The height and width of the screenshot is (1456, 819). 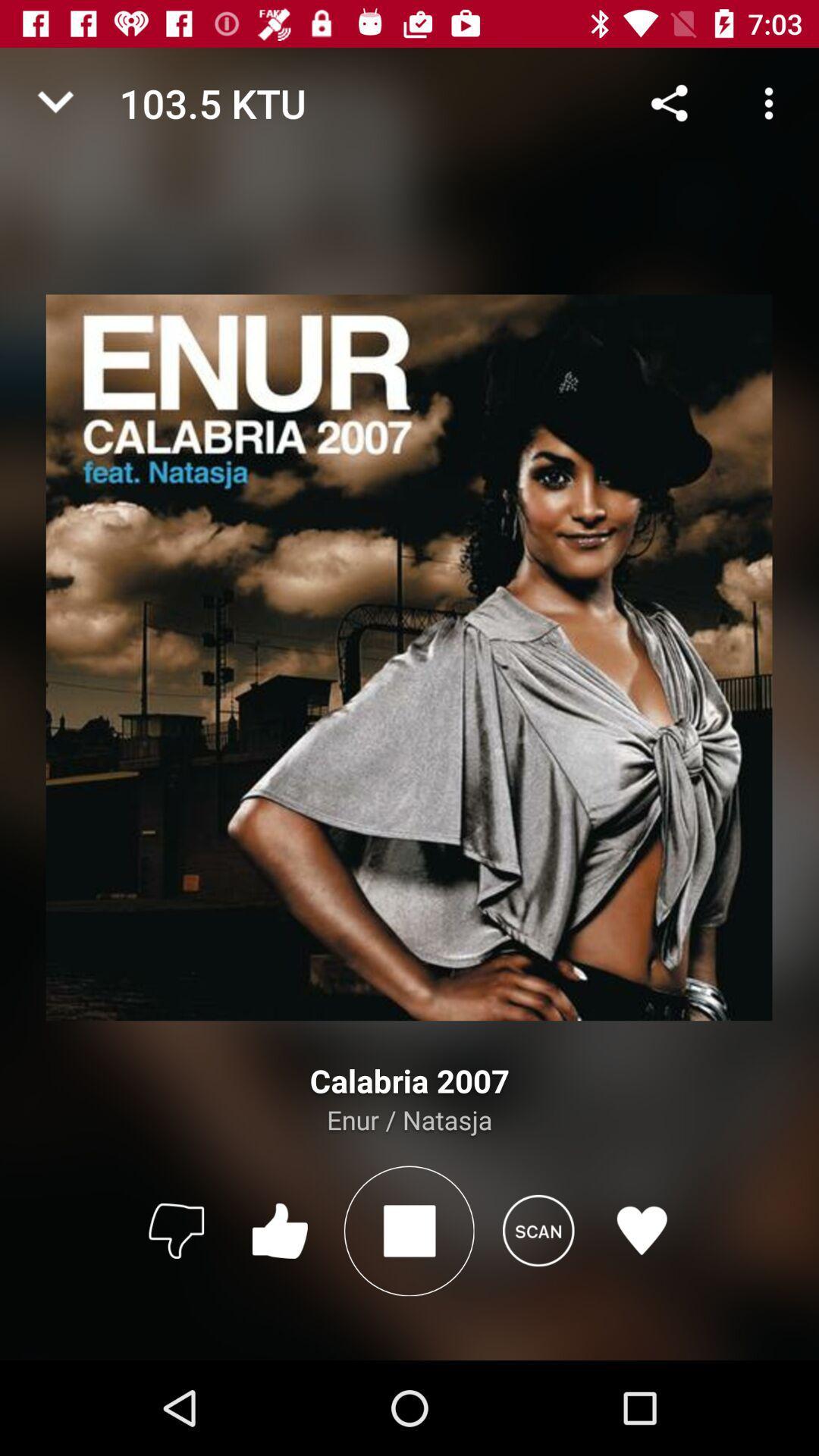 I want to click on the thumbs_up icon, so click(x=280, y=1230).